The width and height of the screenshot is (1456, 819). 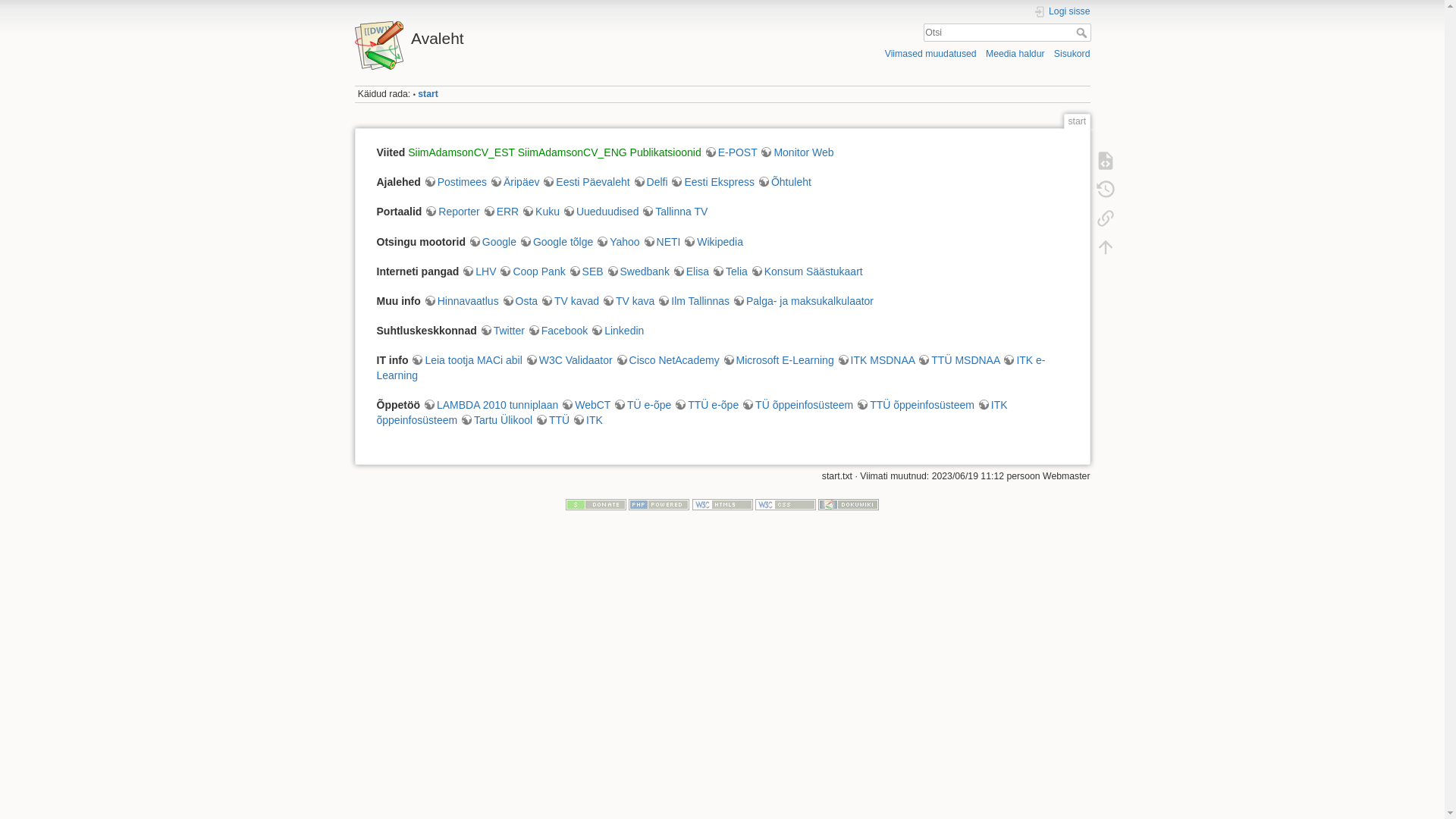 What do you see at coordinates (491, 403) in the screenshot?
I see `'LAMBDA 2010 tunniplaan'` at bounding box center [491, 403].